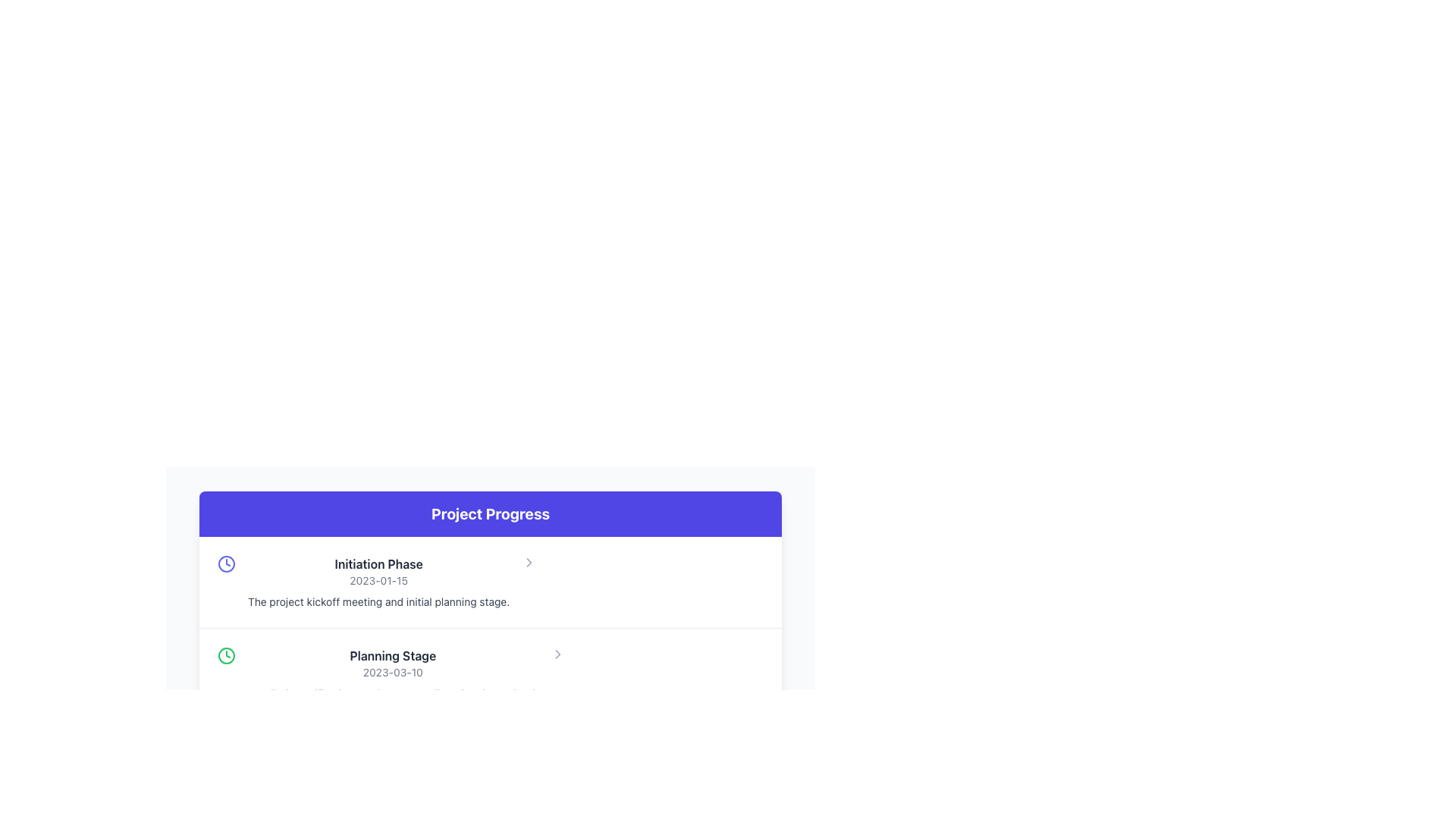 The image size is (1456, 819). What do you see at coordinates (225, 654) in the screenshot?
I see `the green clock icon located at the far-left side of the 'Planning Stage' section, which precedes the text 'Planning Stage 2023-03-10'` at bounding box center [225, 654].